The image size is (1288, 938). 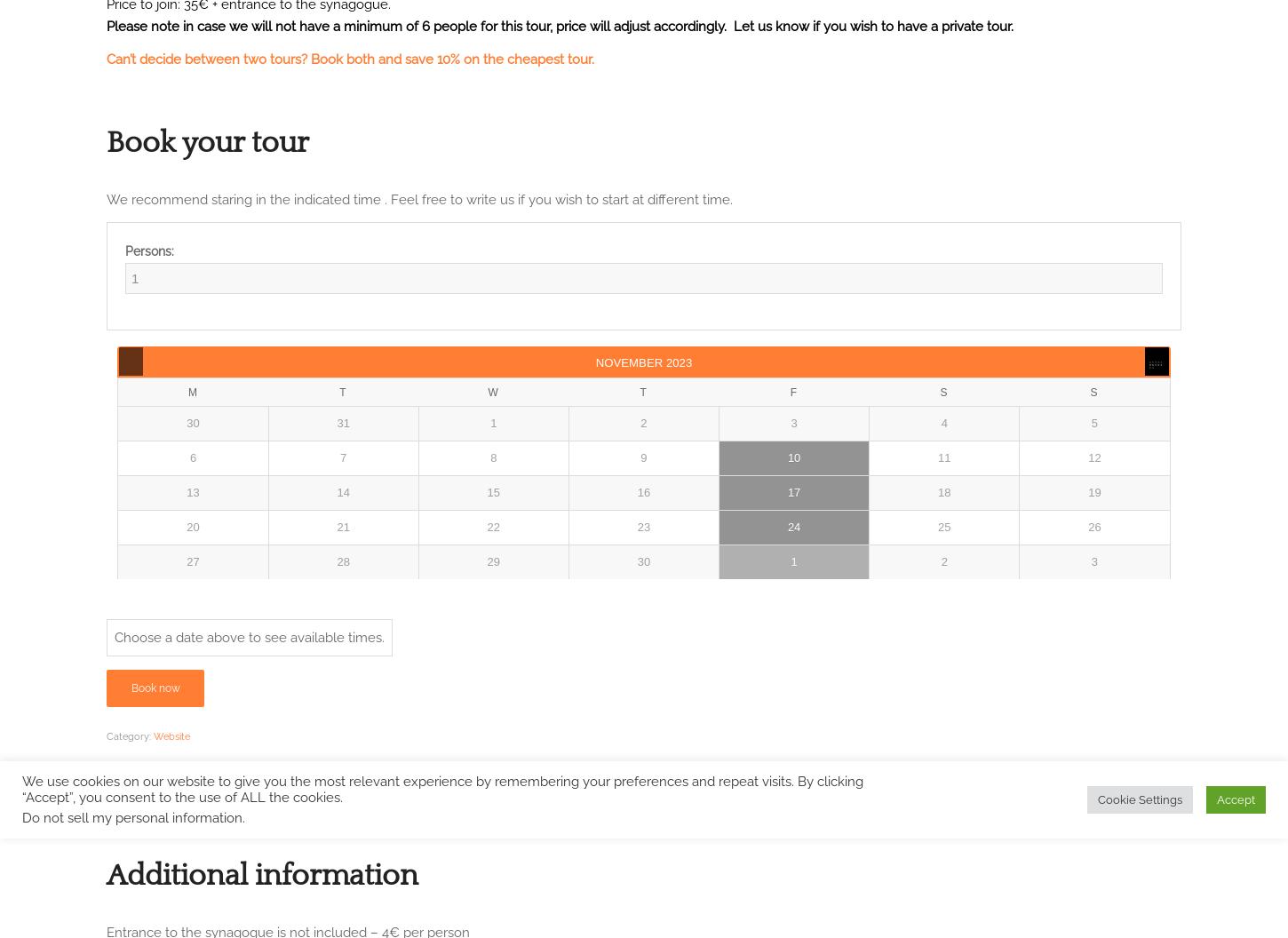 I want to click on '28', so click(x=341, y=560).